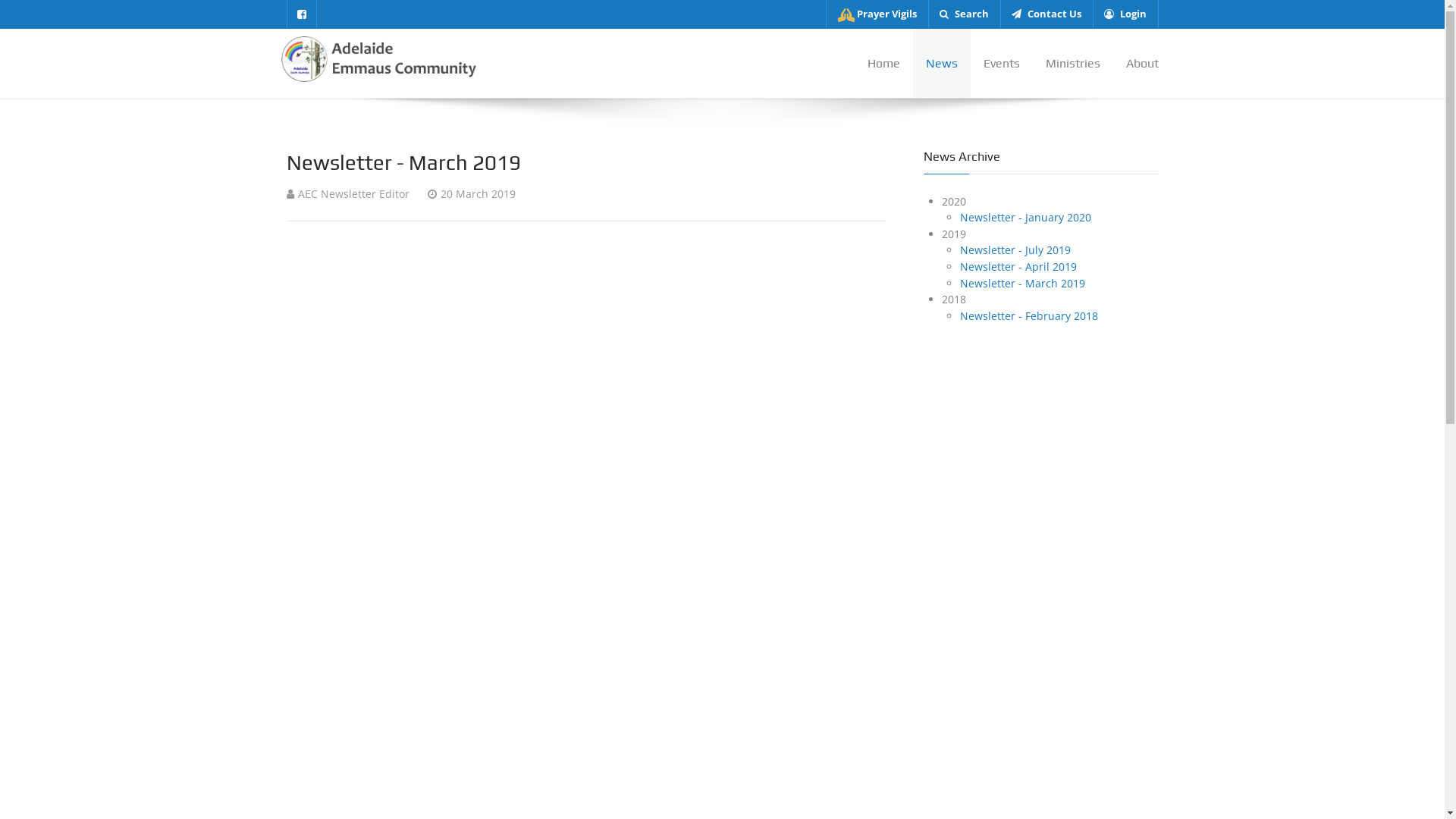 The image size is (1456, 819). I want to click on 'Adelaide Emmaus Community Facebook Group', so click(302, 14).